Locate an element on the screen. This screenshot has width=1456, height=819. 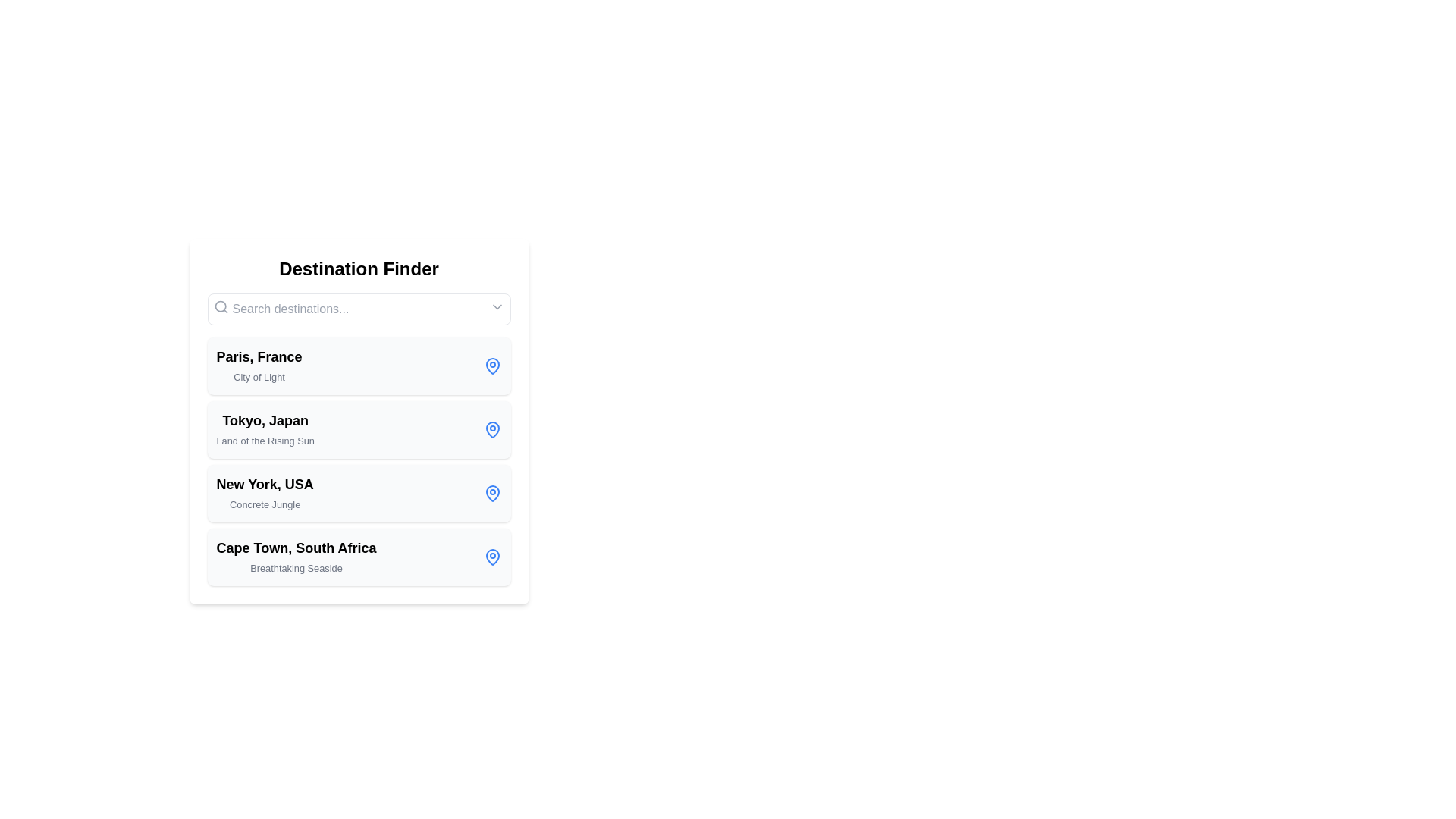
the bold text label 'Destination Finder' located at the top of the interface, just above the search box is located at coordinates (358, 268).